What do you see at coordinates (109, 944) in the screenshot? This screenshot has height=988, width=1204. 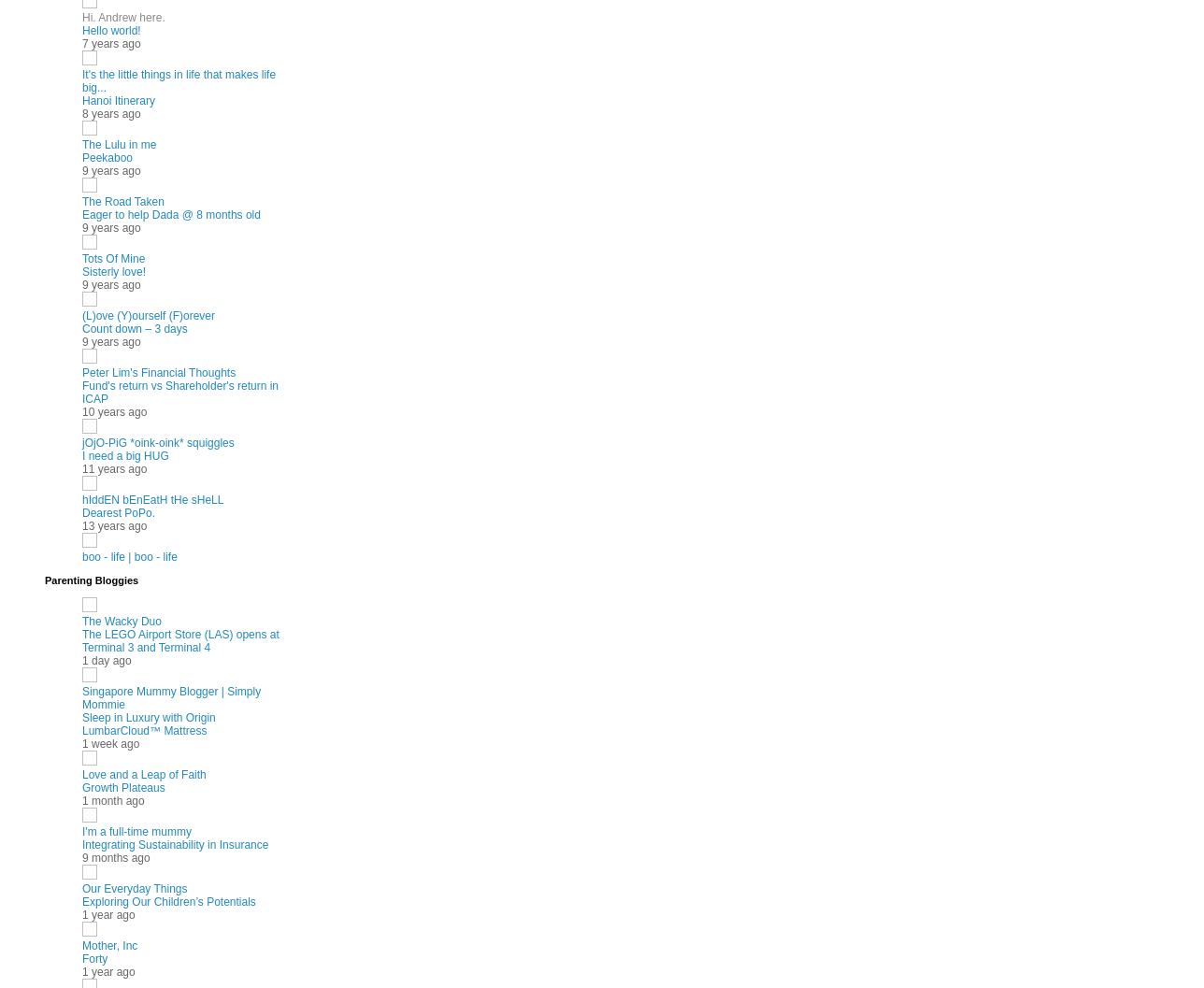 I see `'Mother, Inc'` at bounding box center [109, 944].